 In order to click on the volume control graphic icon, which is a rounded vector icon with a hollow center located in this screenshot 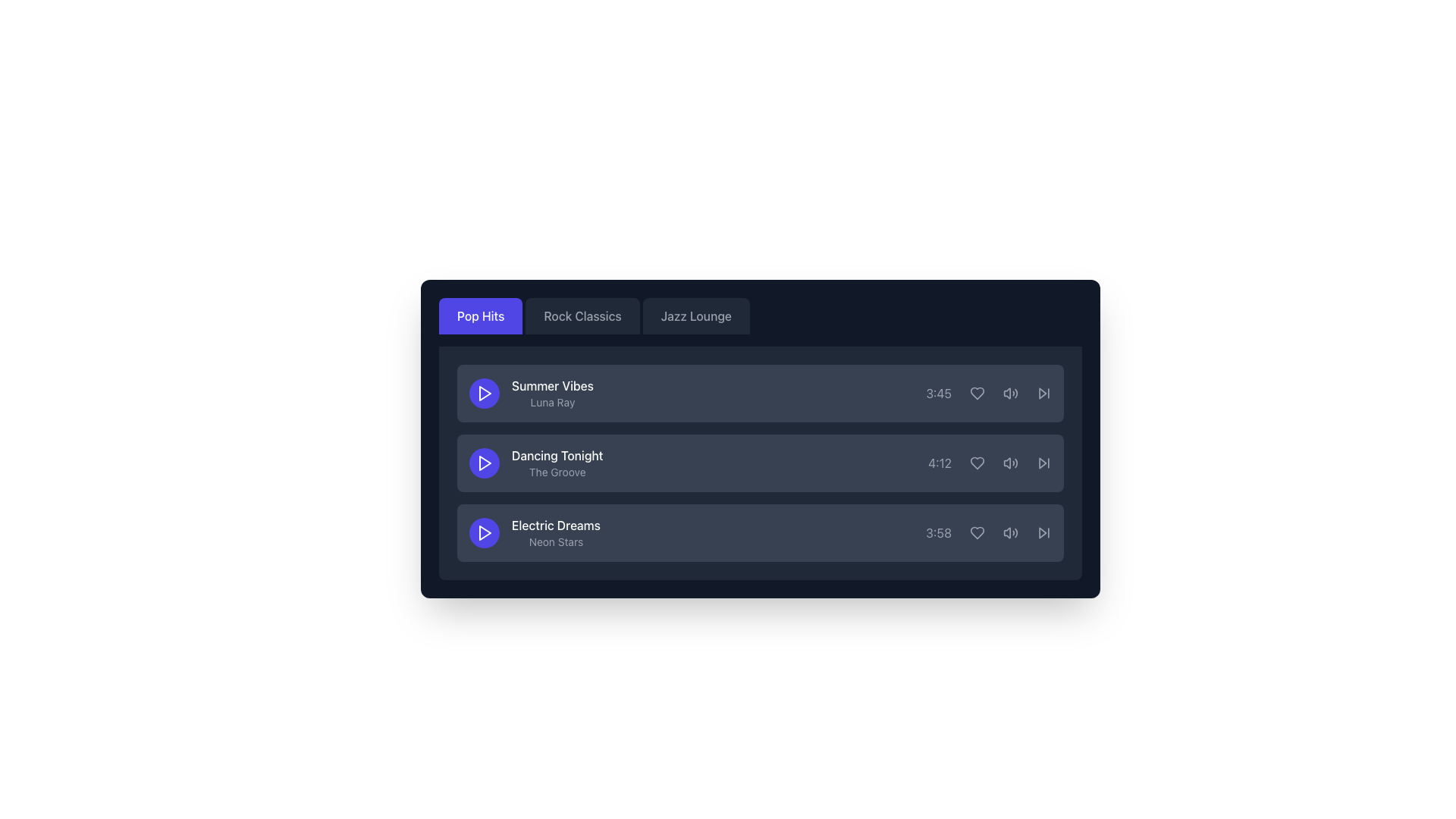, I will do `click(1007, 393)`.